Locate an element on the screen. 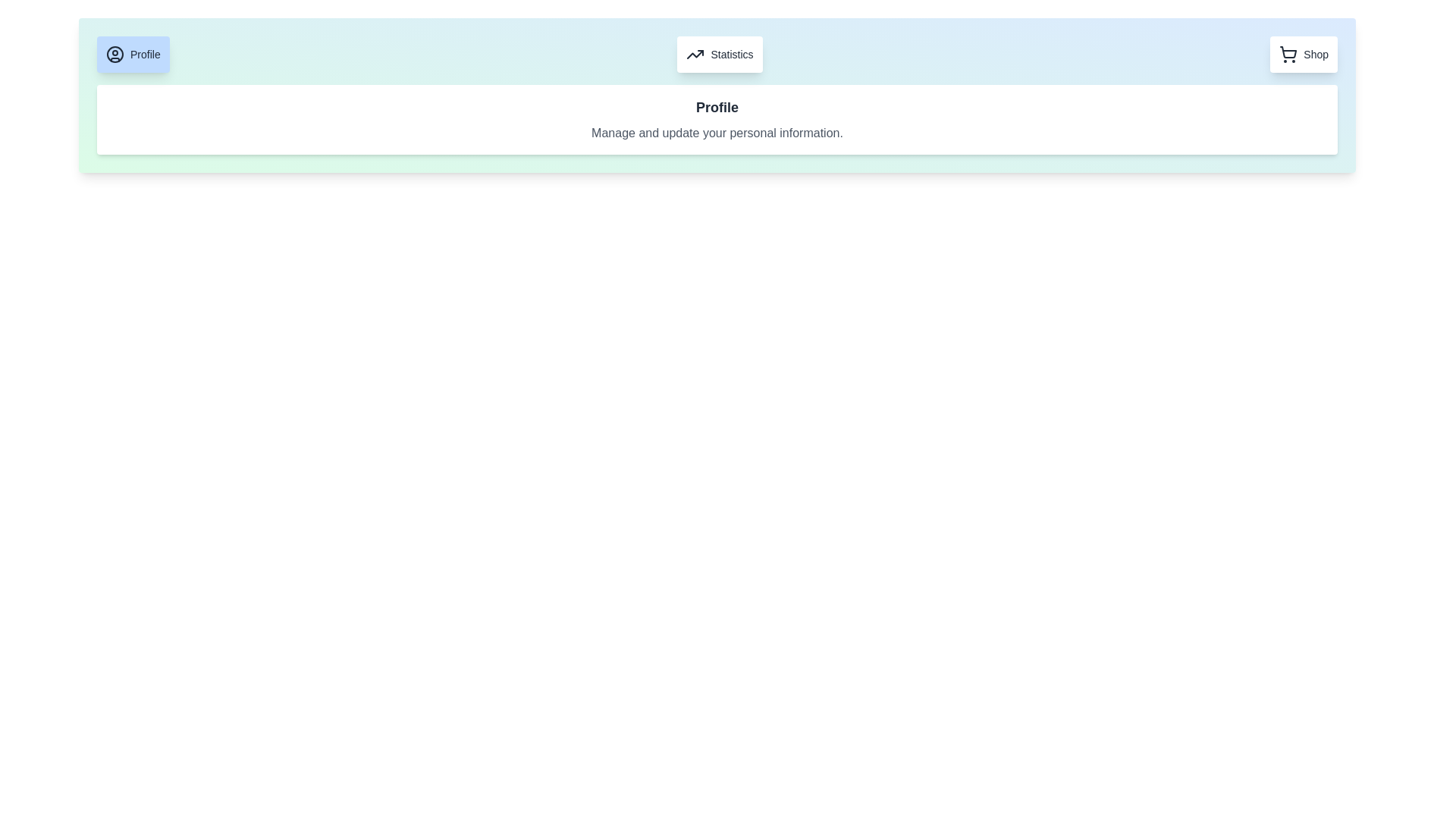 This screenshot has width=1456, height=819. the 'Statistics' button, which is the second button in a horizontal arrangement of three, to observe its scaling effect is located at coordinates (719, 54).